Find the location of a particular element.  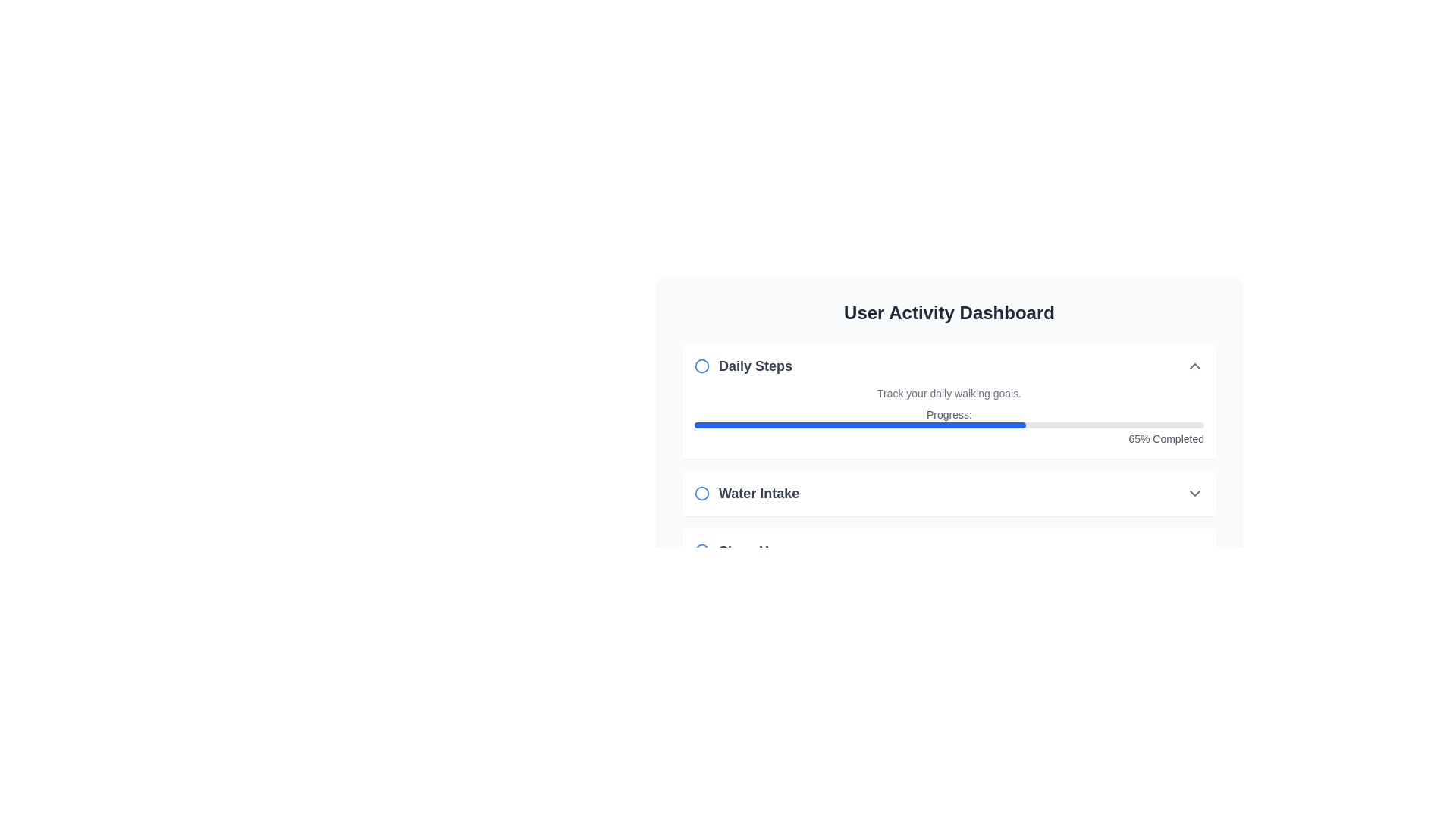

the text label displaying 'Progress:' which is located above the progress bar section, centered horizontally and aligned to the left is located at coordinates (949, 415).